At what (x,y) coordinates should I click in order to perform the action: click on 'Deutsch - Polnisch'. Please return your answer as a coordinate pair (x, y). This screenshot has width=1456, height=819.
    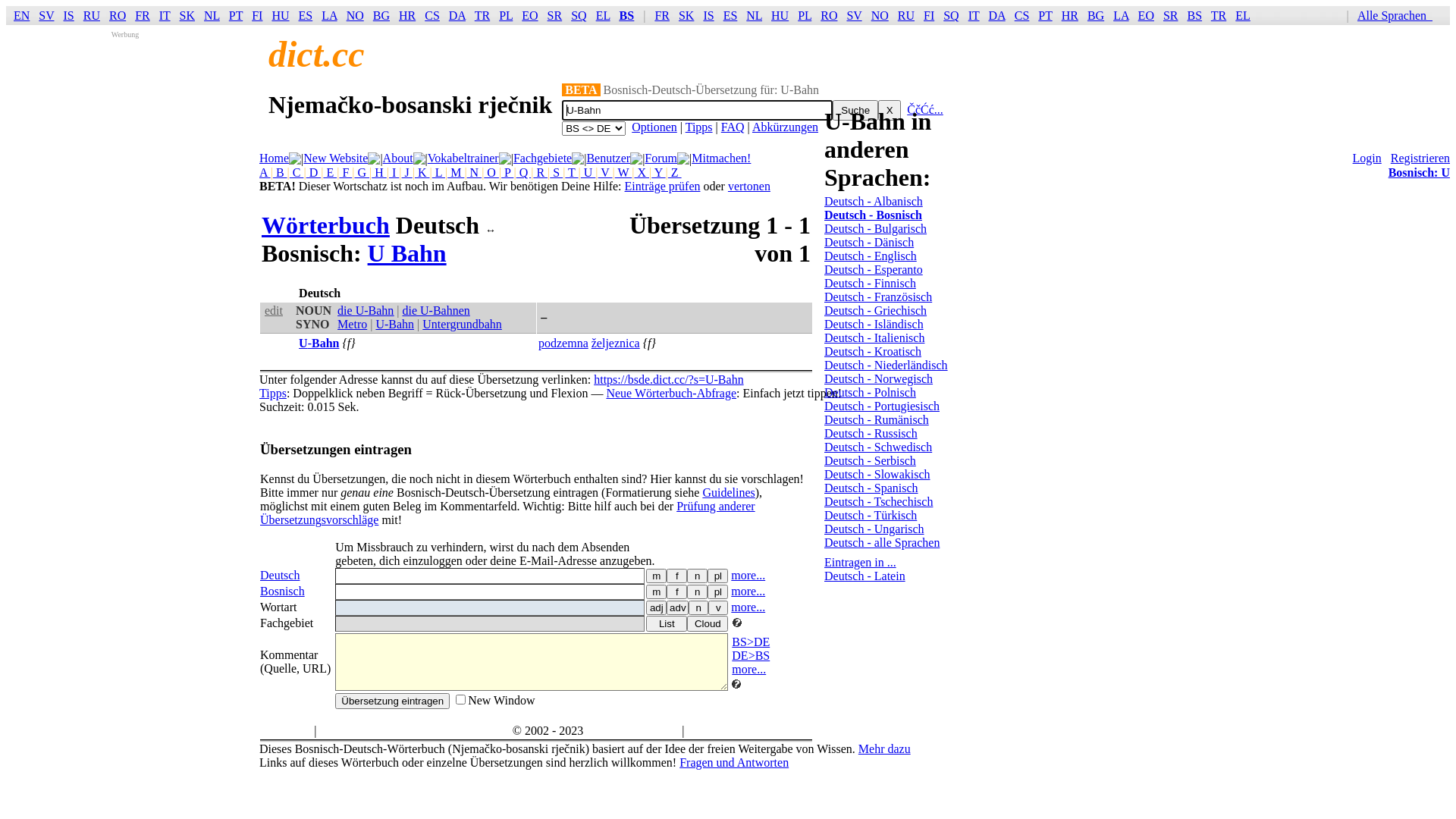
    Looking at the image, I should click on (870, 391).